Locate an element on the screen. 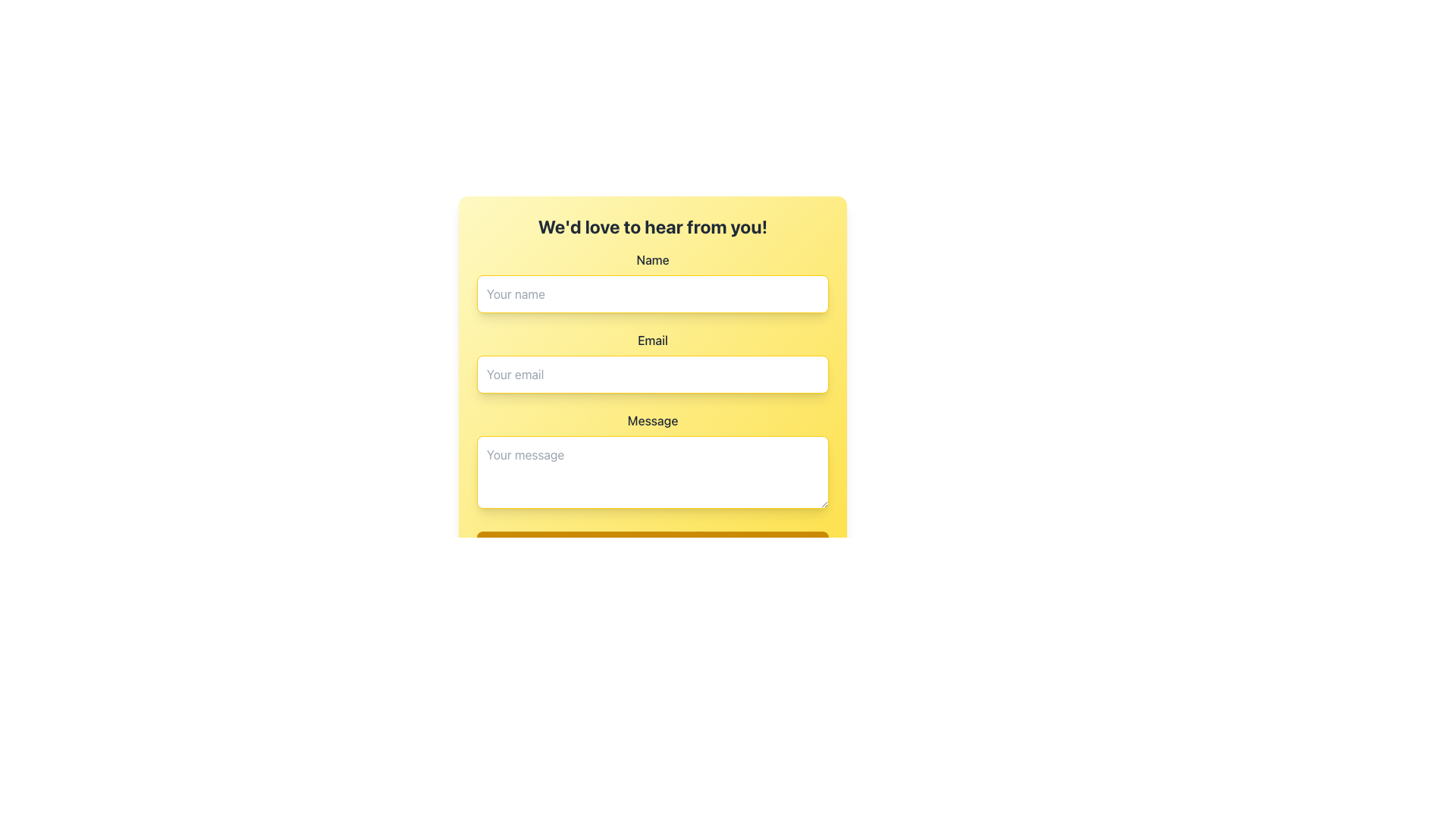 This screenshot has height=819, width=1456. the text label displaying 'Name' in black on a yellow background, positioned above the input field with placeholder text 'Your name.' is located at coordinates (652, 259).